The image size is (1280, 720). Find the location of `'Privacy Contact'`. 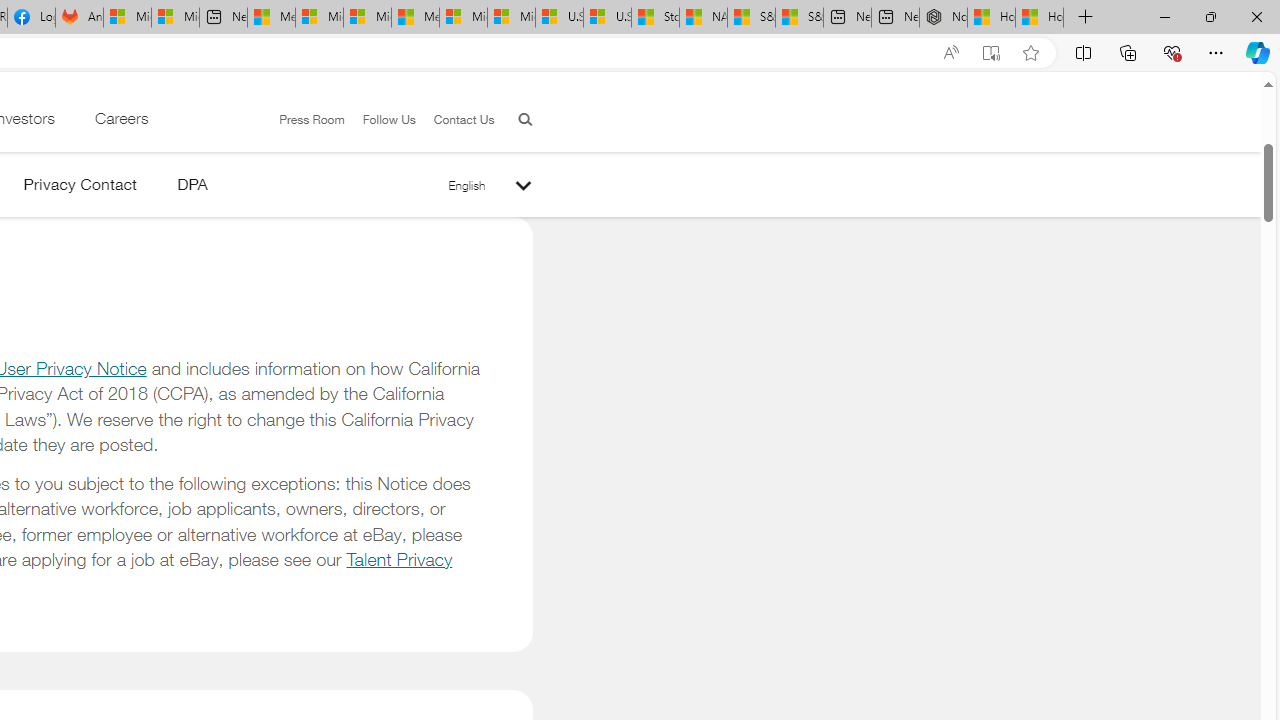

'Privacy Contact' is located at coordinates (80, 188).